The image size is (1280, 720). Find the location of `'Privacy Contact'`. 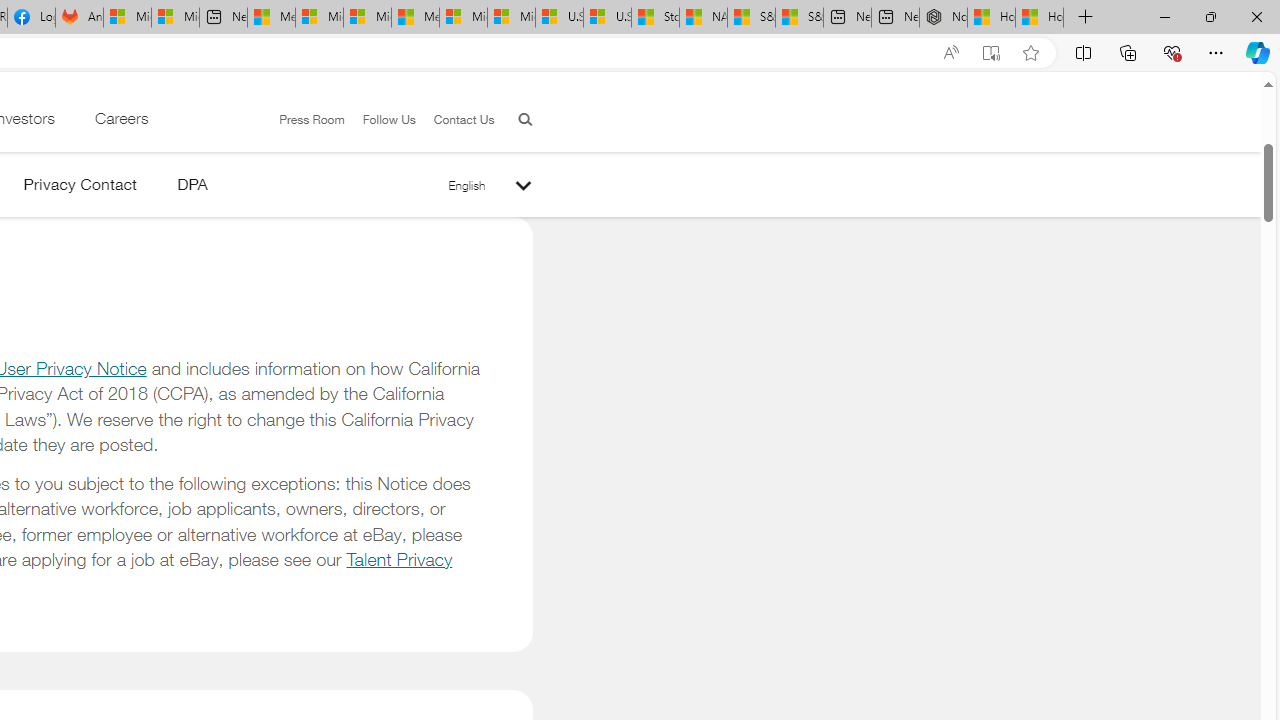

'Privacy Contact' is located at coordinates (80, 188).